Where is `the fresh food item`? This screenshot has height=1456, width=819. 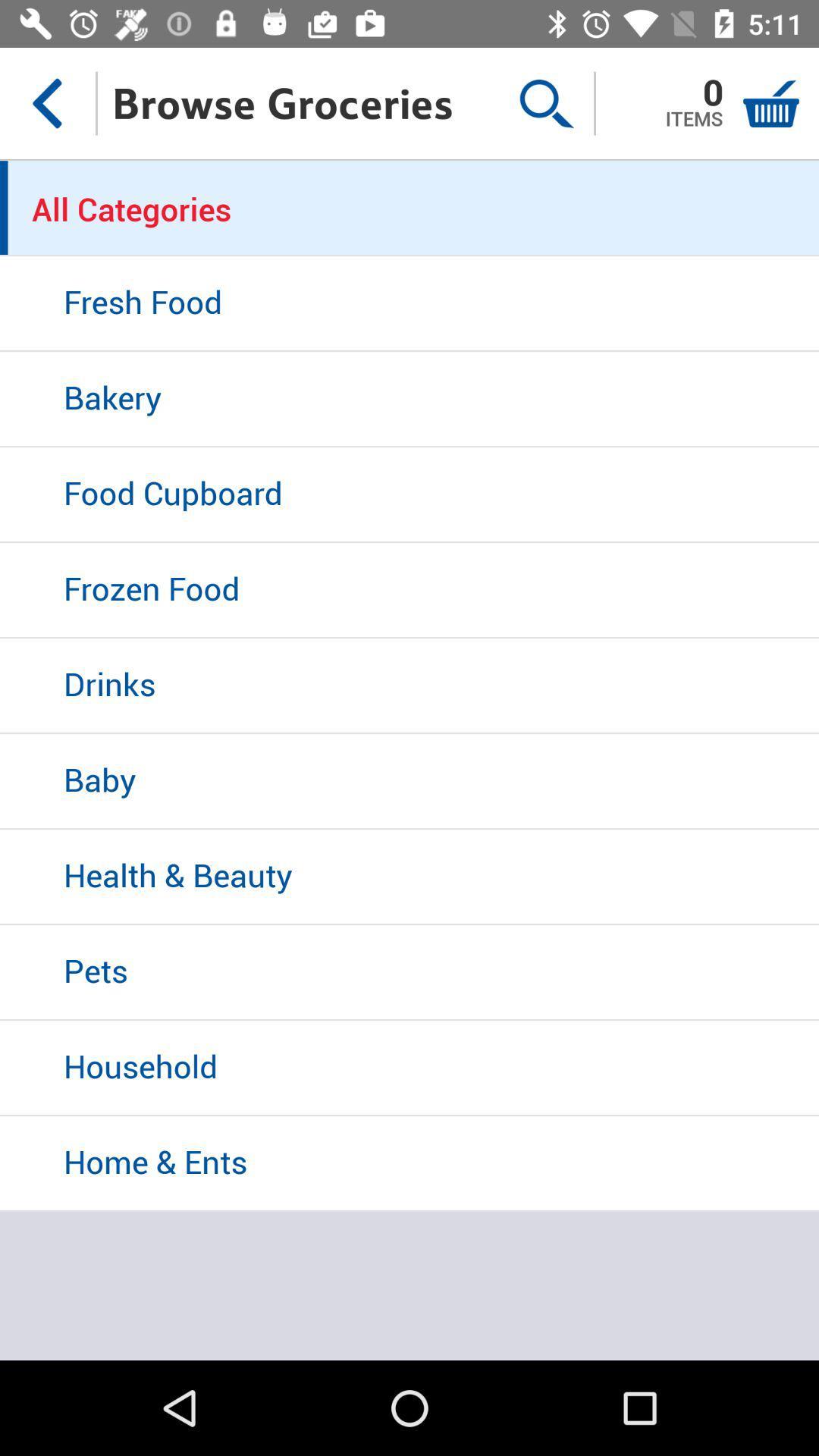
the fresh food item is located at coordinates (409, 303).